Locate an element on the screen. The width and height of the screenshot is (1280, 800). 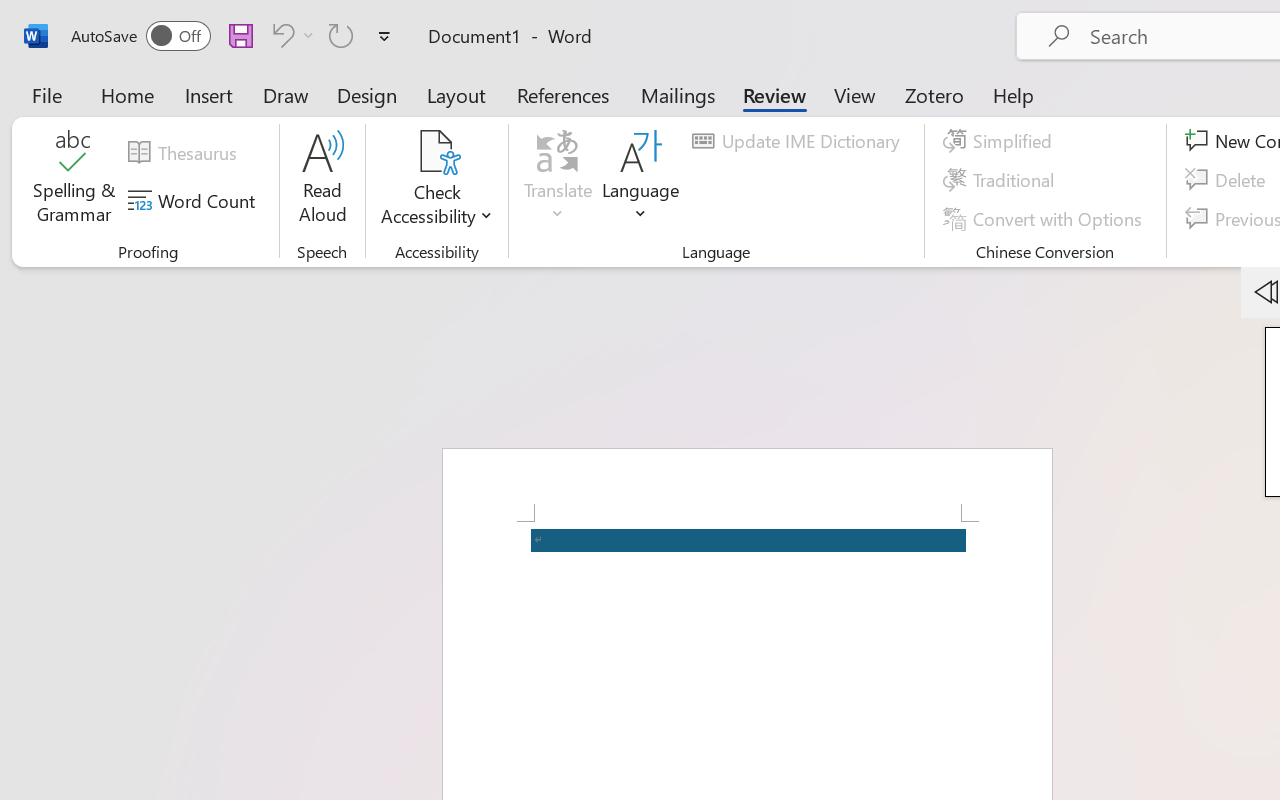
'Simplified' is located at coordinates (1000, 141).